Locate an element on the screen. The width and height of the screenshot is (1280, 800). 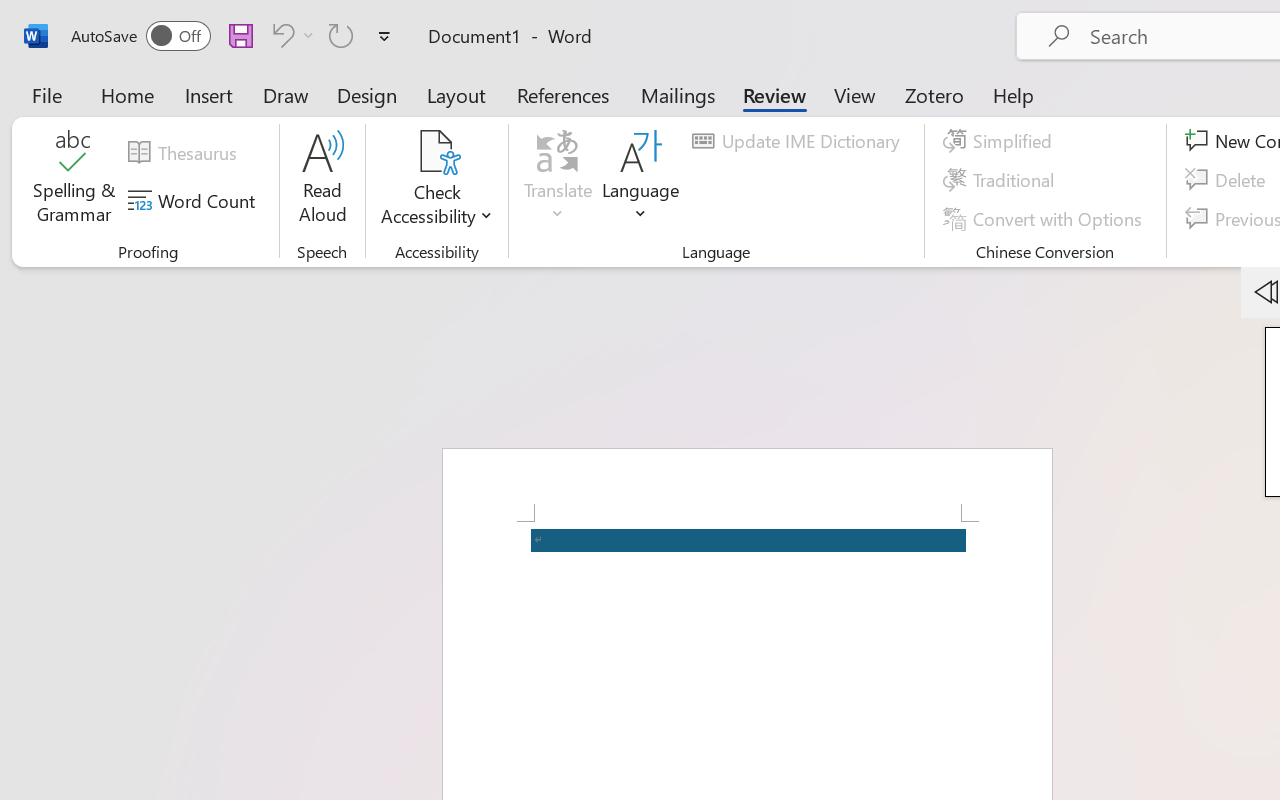
'Simplified' is located at coordinates (1000, 141).